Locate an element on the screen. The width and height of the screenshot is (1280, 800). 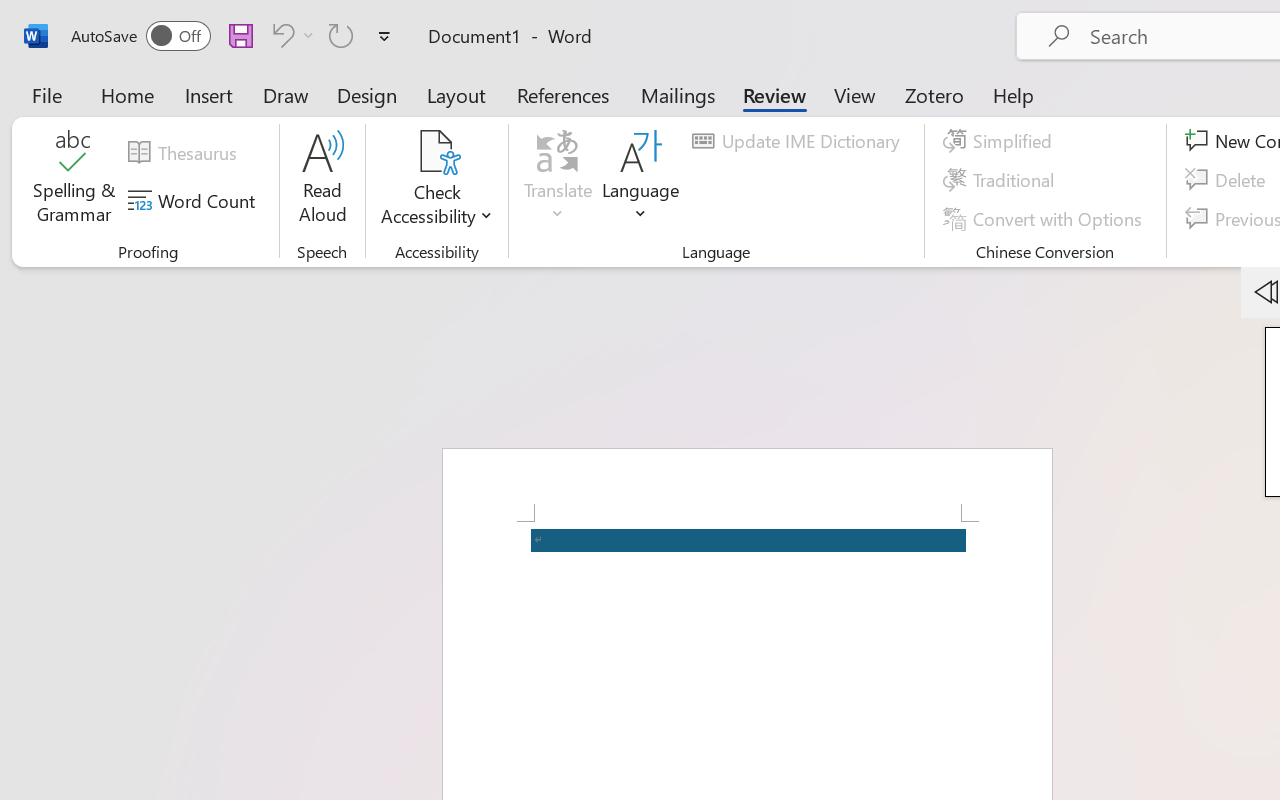
'Simplified' is located at coordinates (1000, 141).